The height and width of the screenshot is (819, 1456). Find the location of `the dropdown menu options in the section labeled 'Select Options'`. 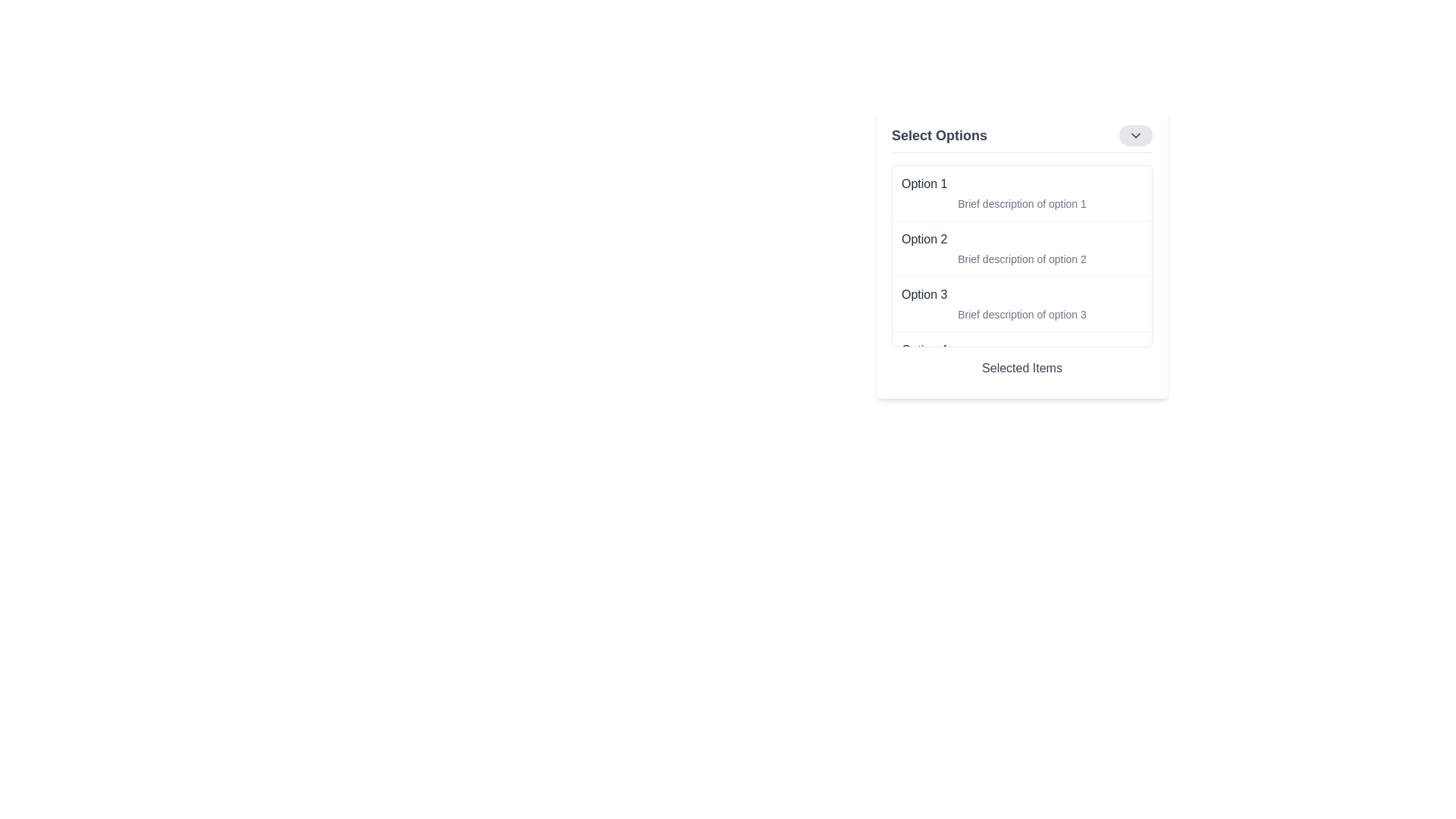

the dropdown menu options in the section labeled 'Select Options' is located at coordinates (1022, 253).